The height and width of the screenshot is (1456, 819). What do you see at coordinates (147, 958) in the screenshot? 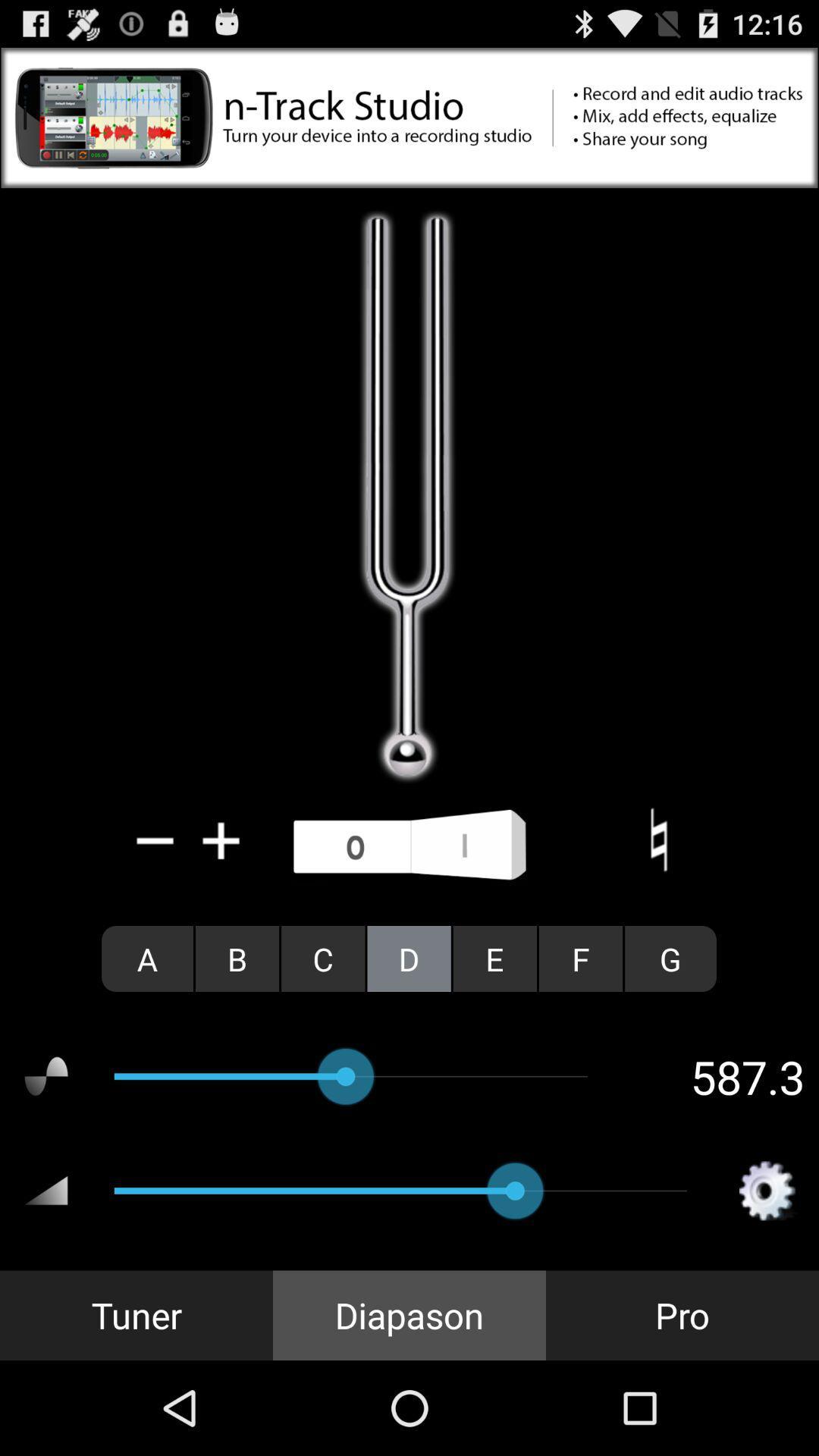
I see `the icon to the left of the b` at bounding box center [147, 958].